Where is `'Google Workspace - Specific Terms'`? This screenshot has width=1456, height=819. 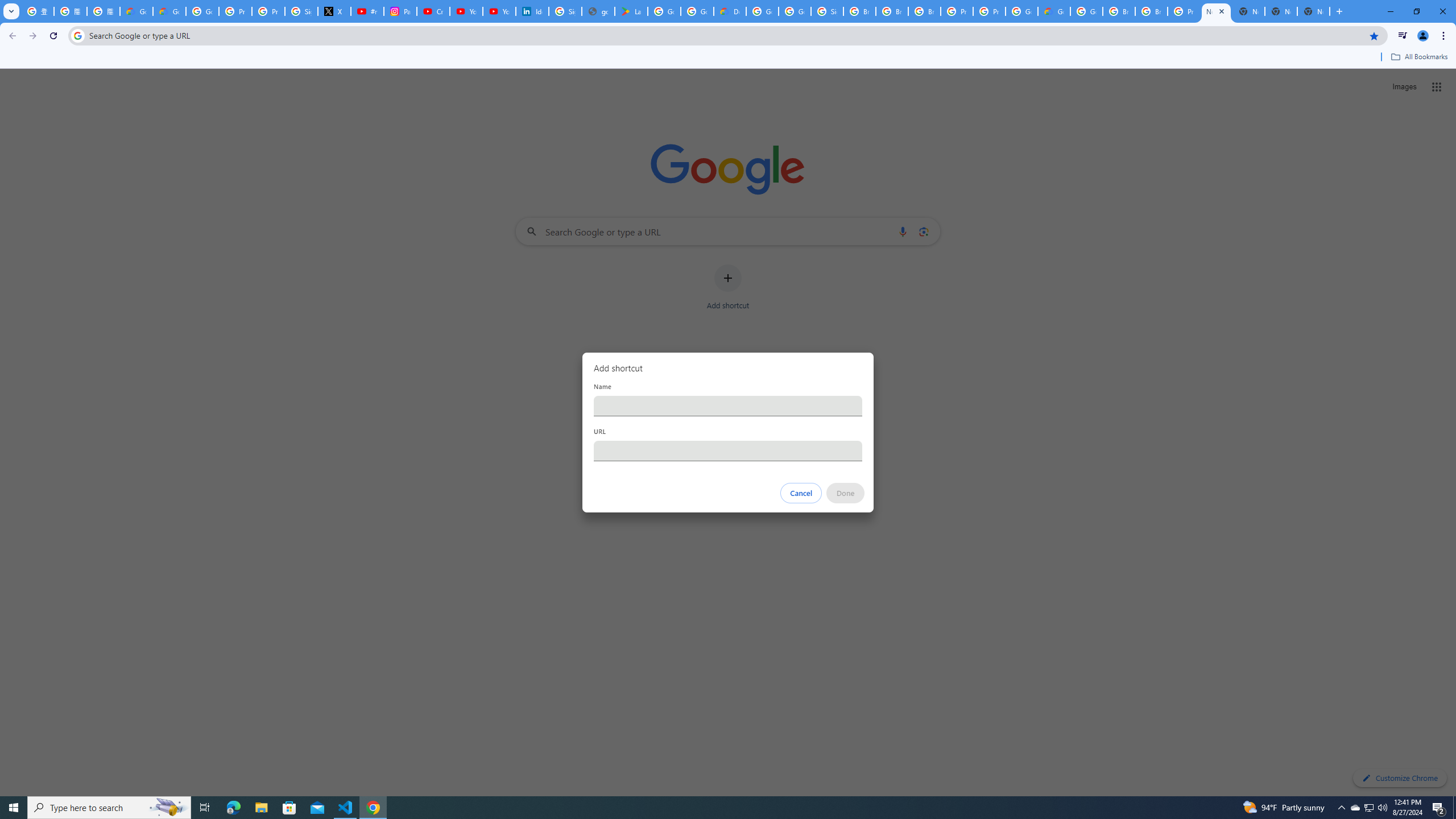 'Google Workspace - Specific Terms' is located at coordinates (697, 11).